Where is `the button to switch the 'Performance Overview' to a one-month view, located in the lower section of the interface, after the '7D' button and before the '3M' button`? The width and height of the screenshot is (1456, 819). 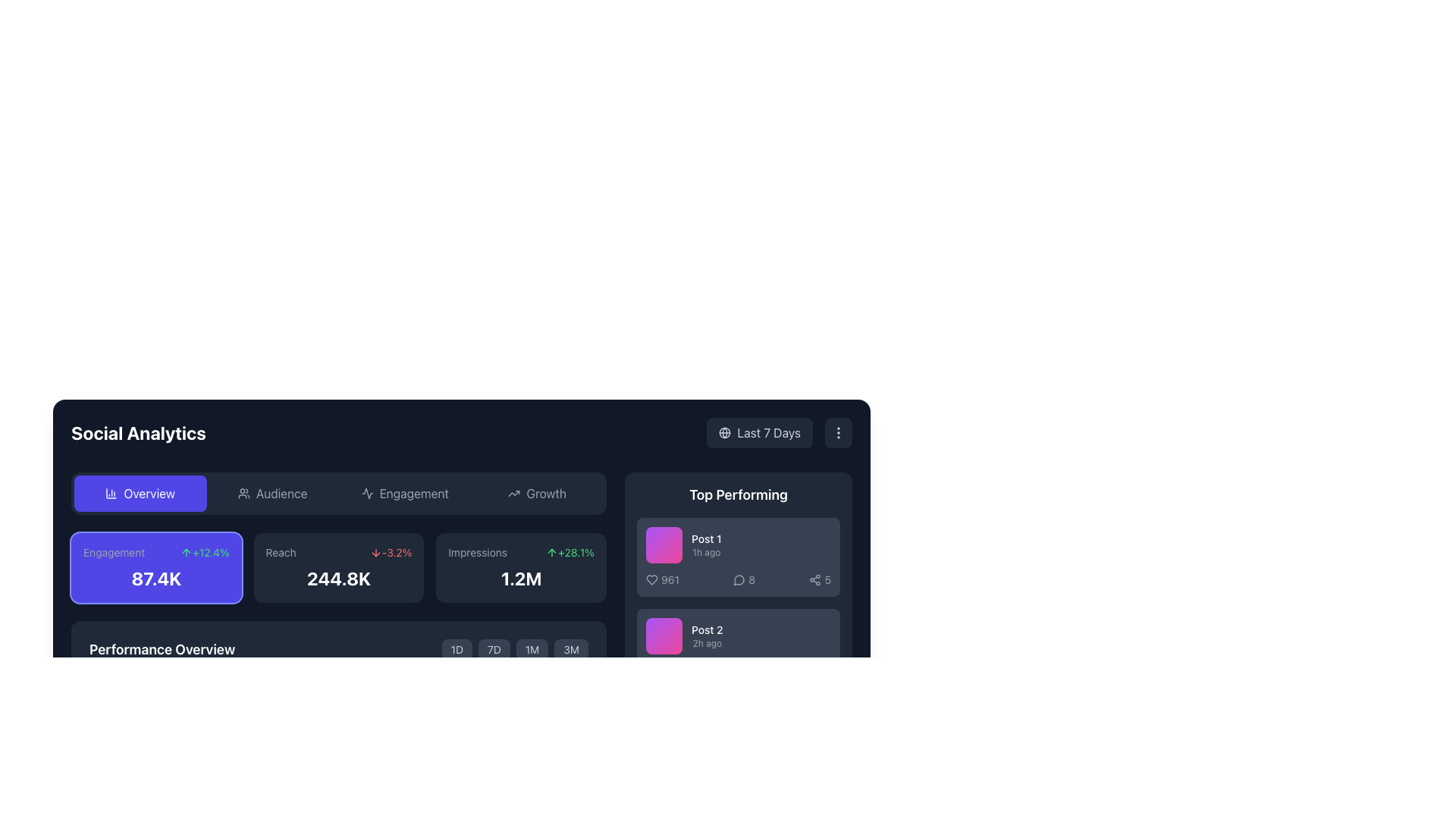
the button to switch the 'Performance Overview' to a one-month view, located in the lower section of the interface, after the '7D' button and before the '3M' button is located at coordinates (515, 648).